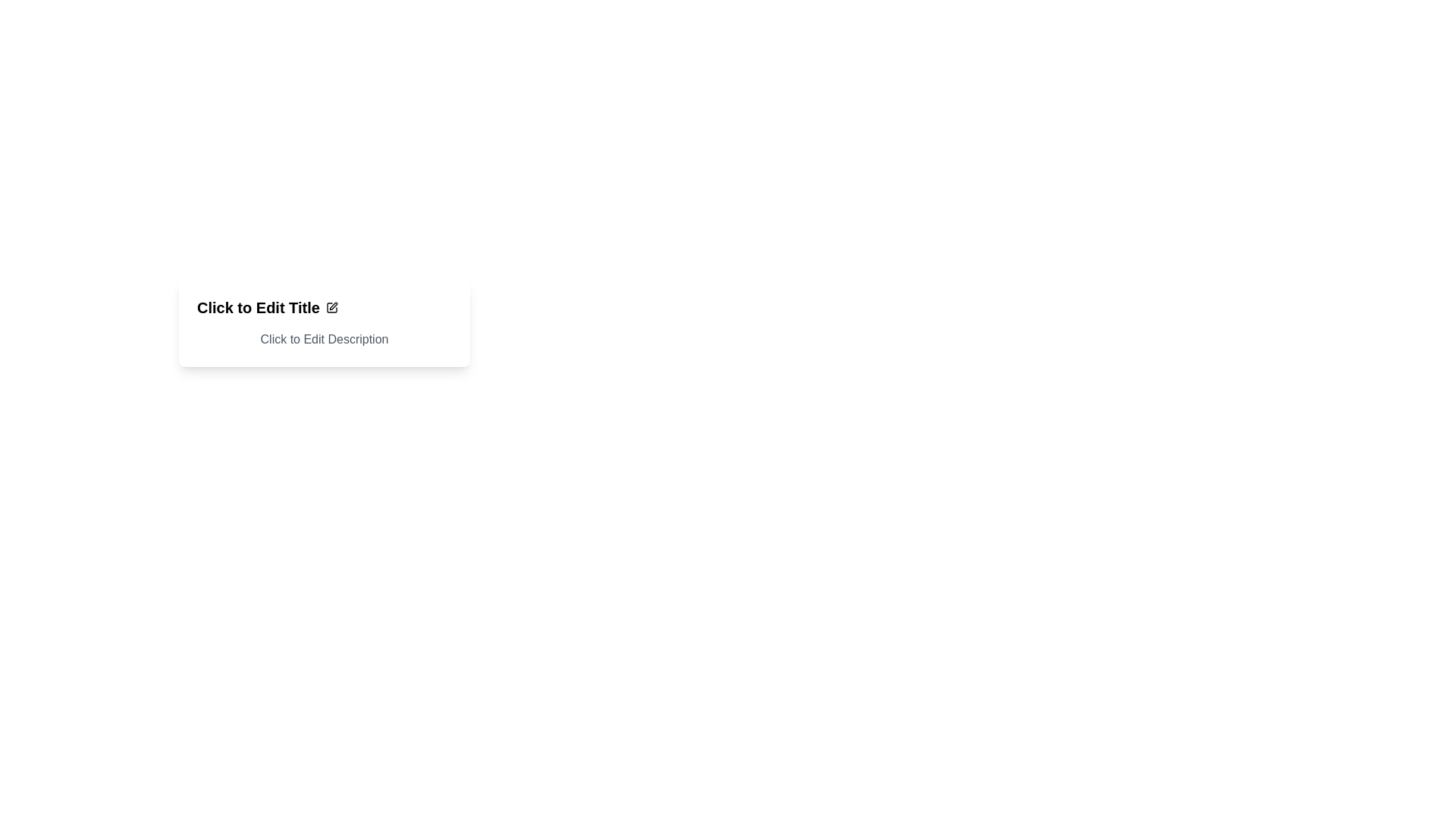 Image resolution: width=1456 pixels, height=819 pixels. I want to click on the pen icon next to the 'Click, so click(323, 307).